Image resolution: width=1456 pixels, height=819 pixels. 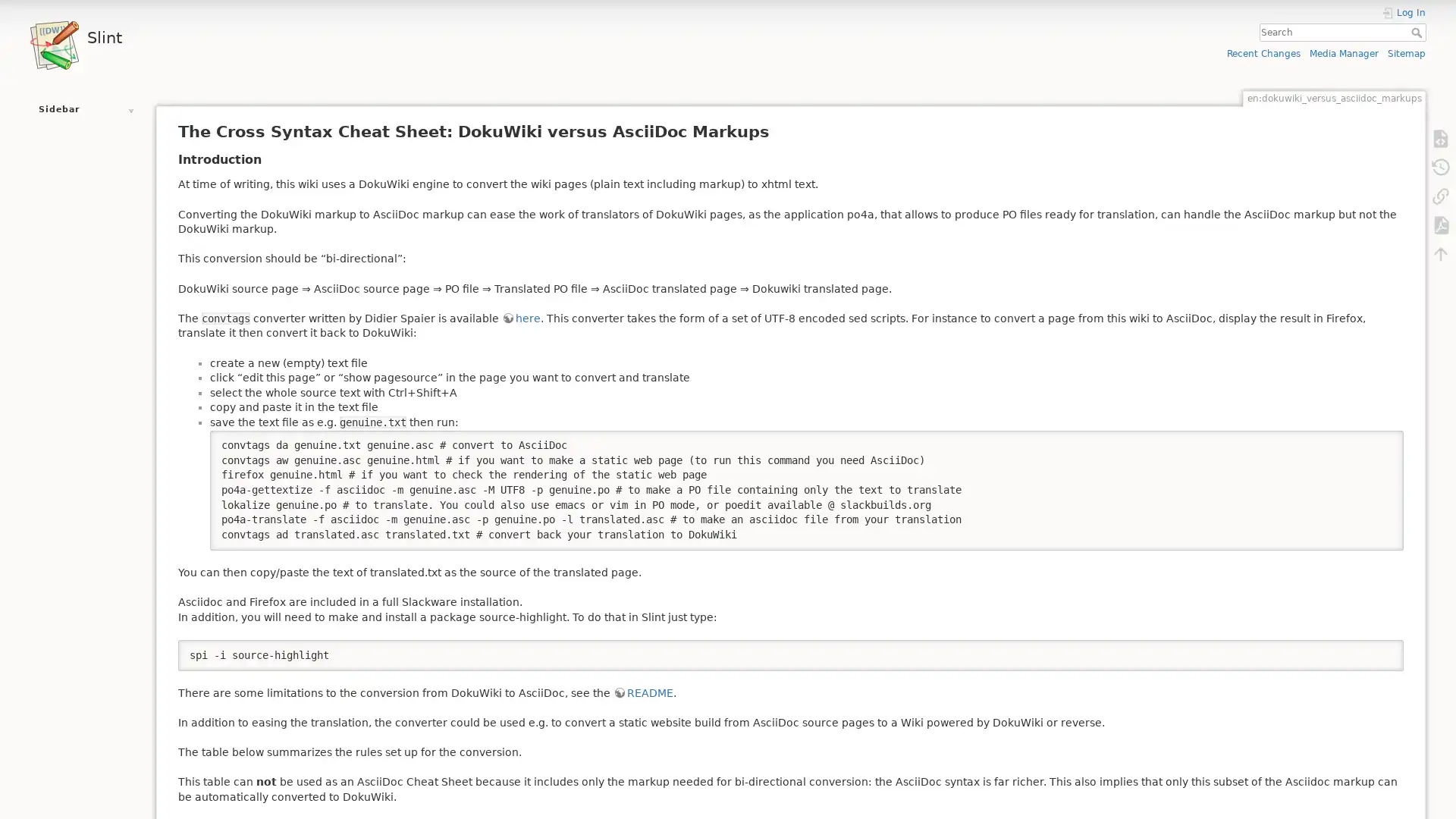 What do you see at coordinates (1417, 32) in the screenshot?
I see `Search` at bounding box center [1417, 32].